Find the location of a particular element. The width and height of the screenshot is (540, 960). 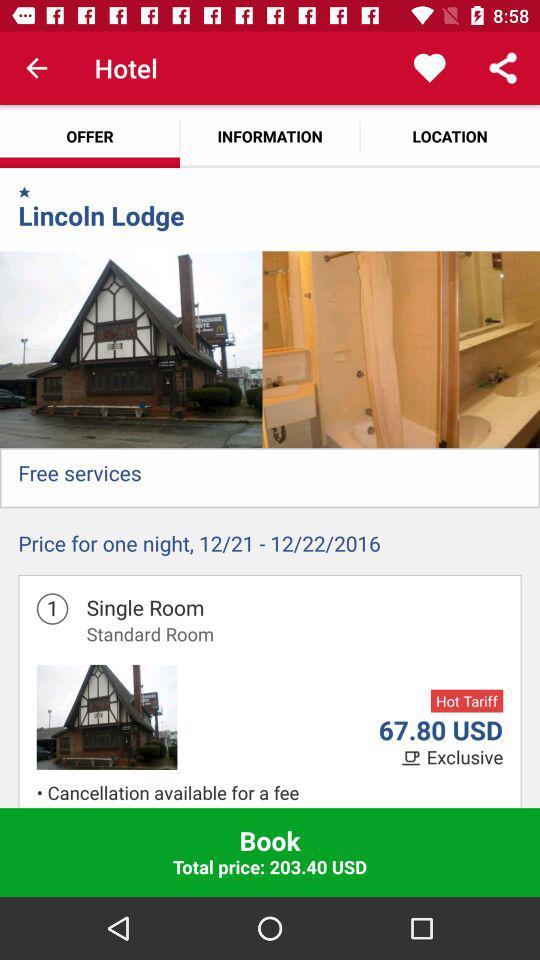

the icon below the single room is located at coordinates (149, 633).